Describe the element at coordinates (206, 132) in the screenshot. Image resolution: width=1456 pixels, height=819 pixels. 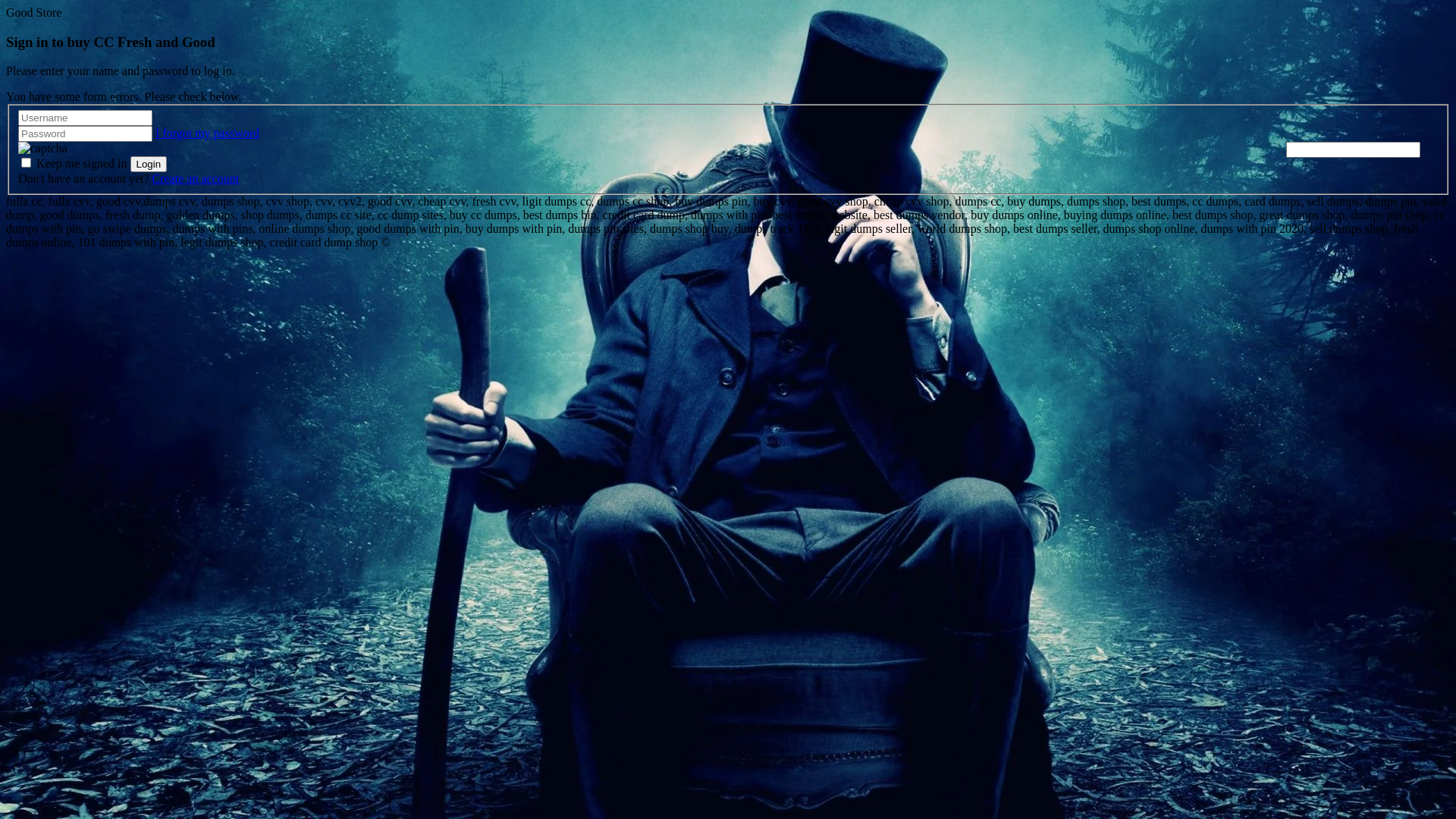
I see `'I forgot my password'` at that location.